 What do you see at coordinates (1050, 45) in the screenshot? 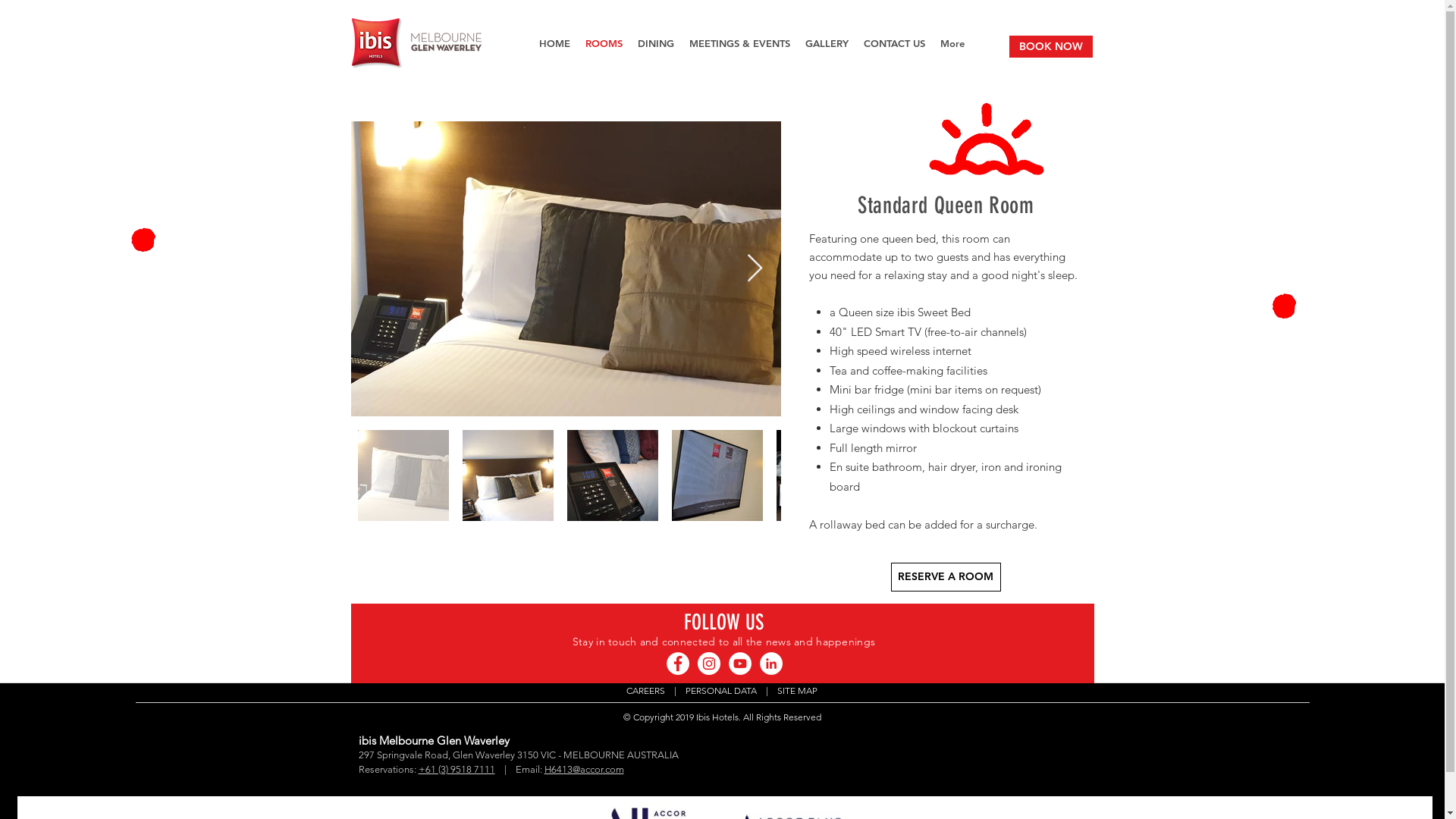
I see `'BOOK NOW'` at bounding box center [1050, 45].